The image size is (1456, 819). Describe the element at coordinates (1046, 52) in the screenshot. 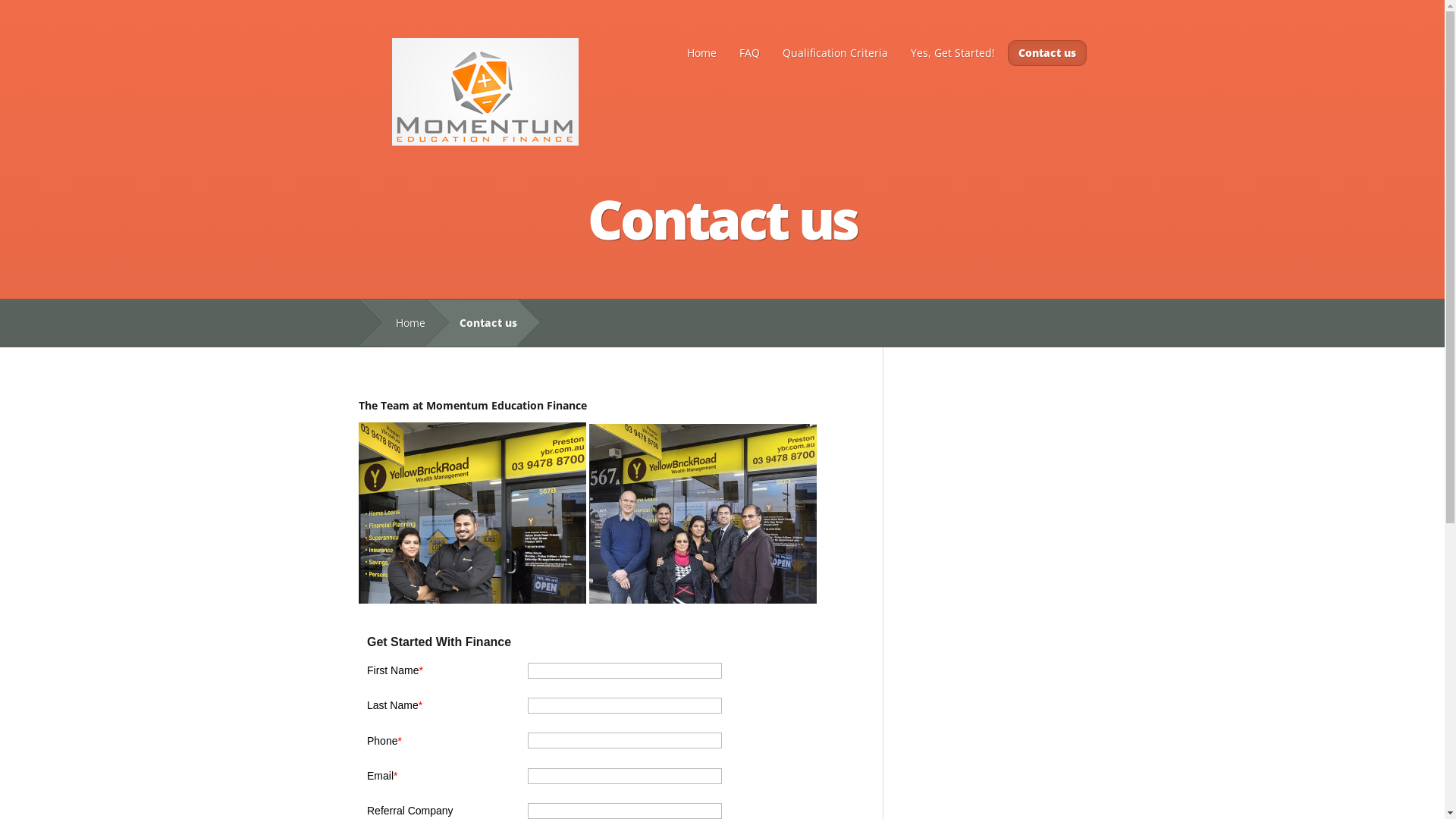

I see `'Contact us'` at that location.